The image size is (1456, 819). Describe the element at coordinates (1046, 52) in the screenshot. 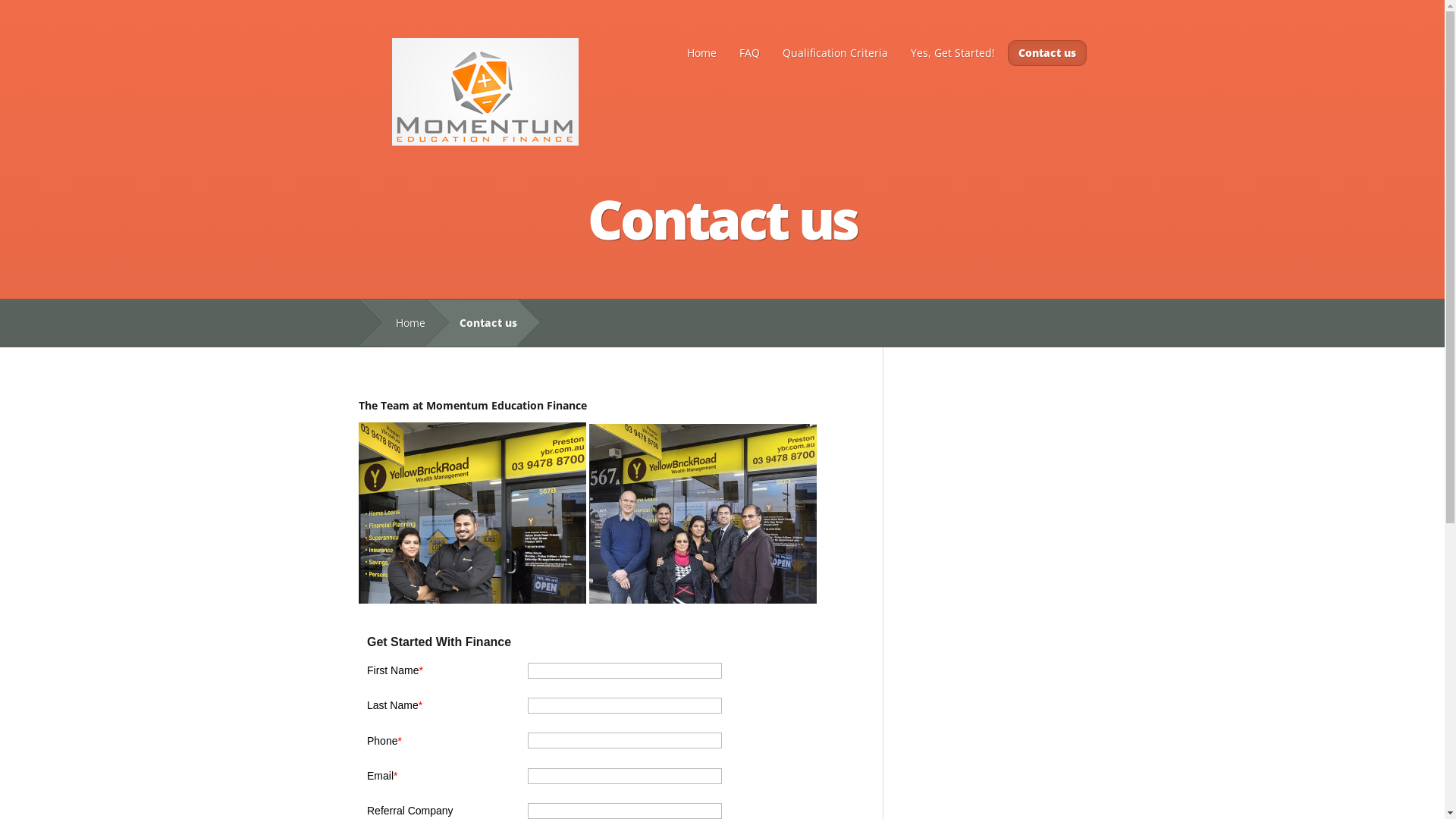

I see `'Contact us'` at that location.